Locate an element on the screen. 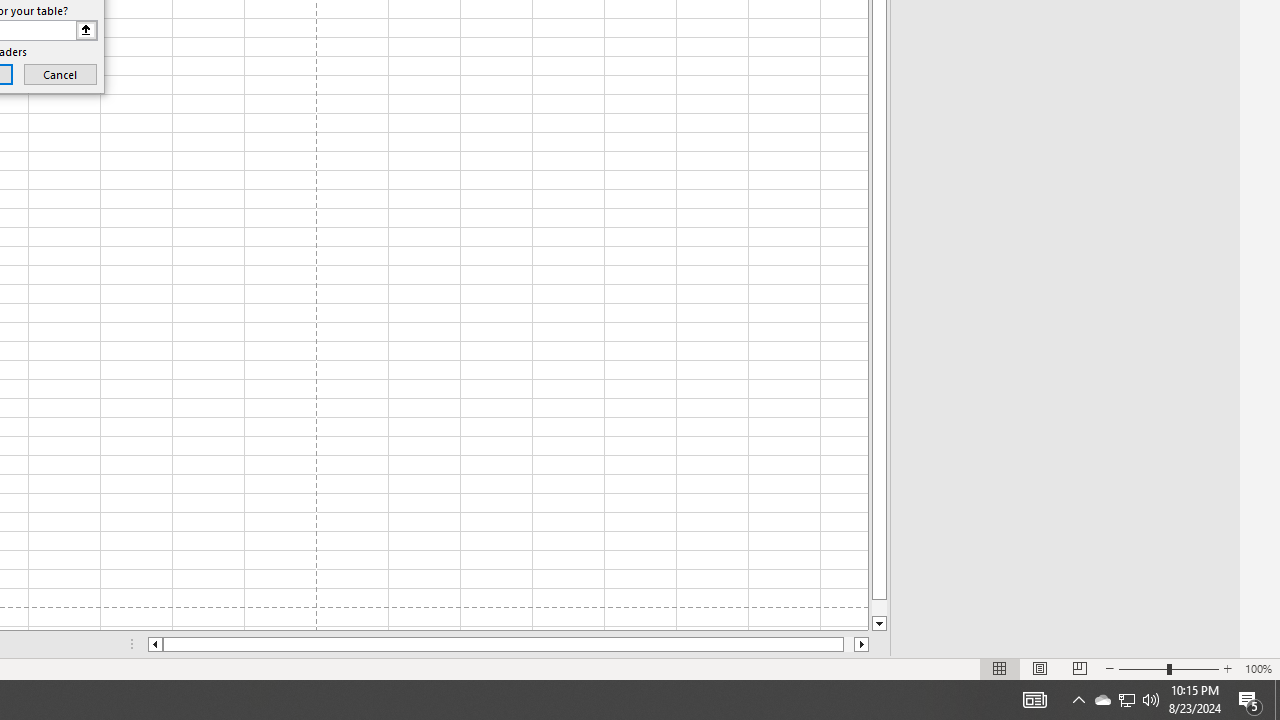 The image size is (1280, 720). 'Zoom' is located at coordinates (1168, 669).